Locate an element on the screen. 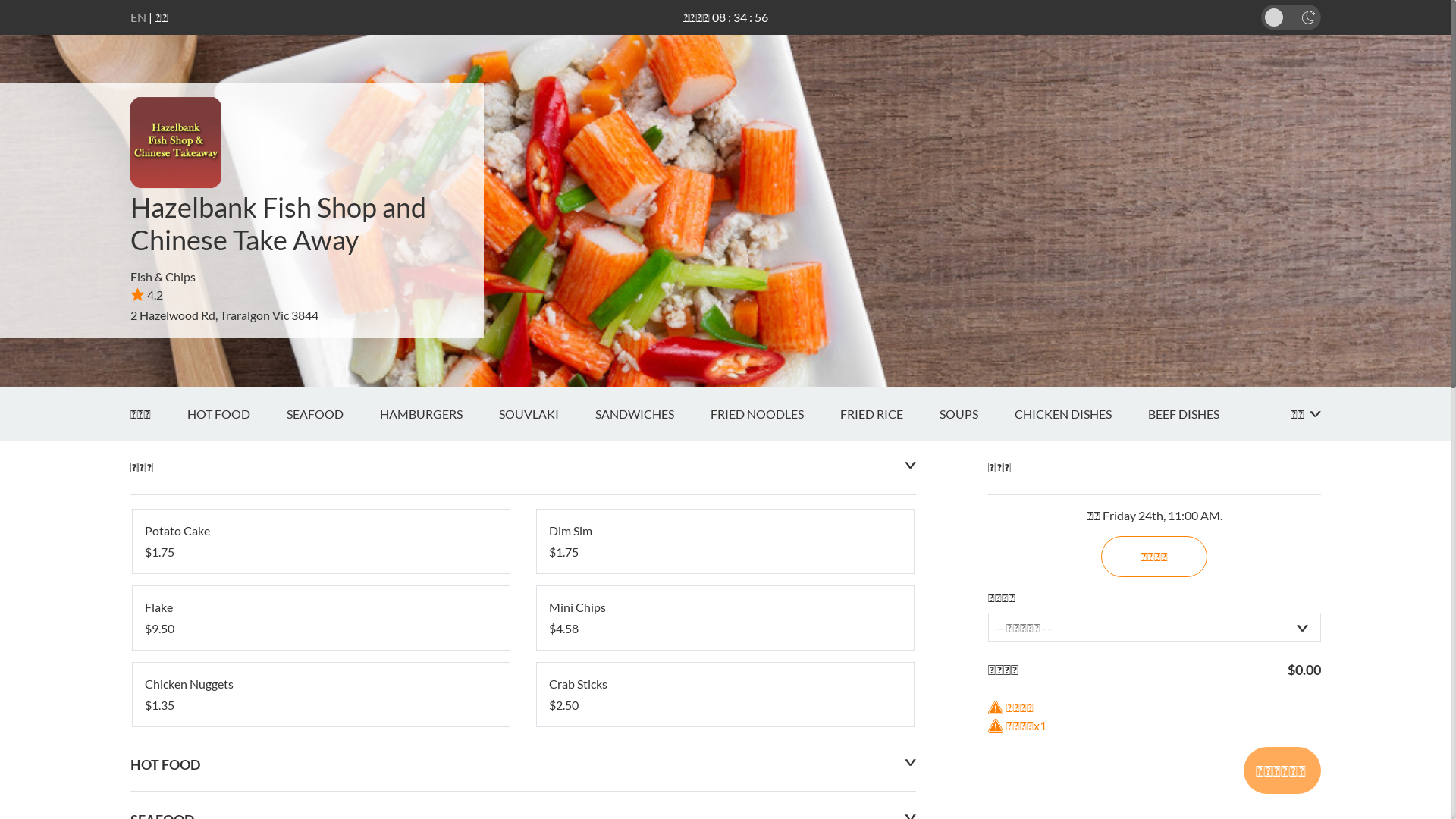  'Flake is located at coordinates (319, 617).